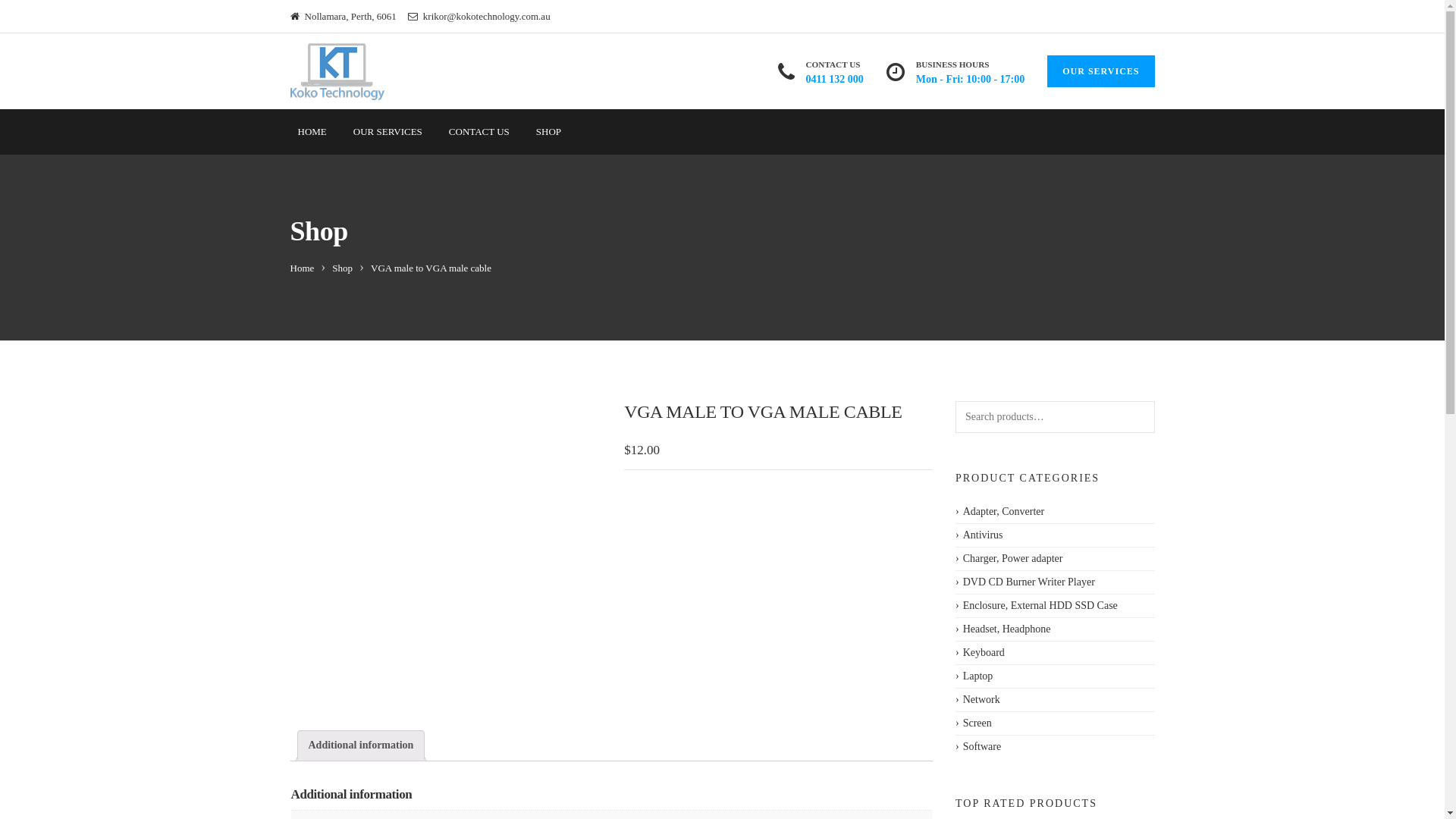 This screenshot has height=819, width=1456. What do you see at coordinates (980, 651) in the screenshot?
I see `'Keyboard'` at bounding box center [980, 651].